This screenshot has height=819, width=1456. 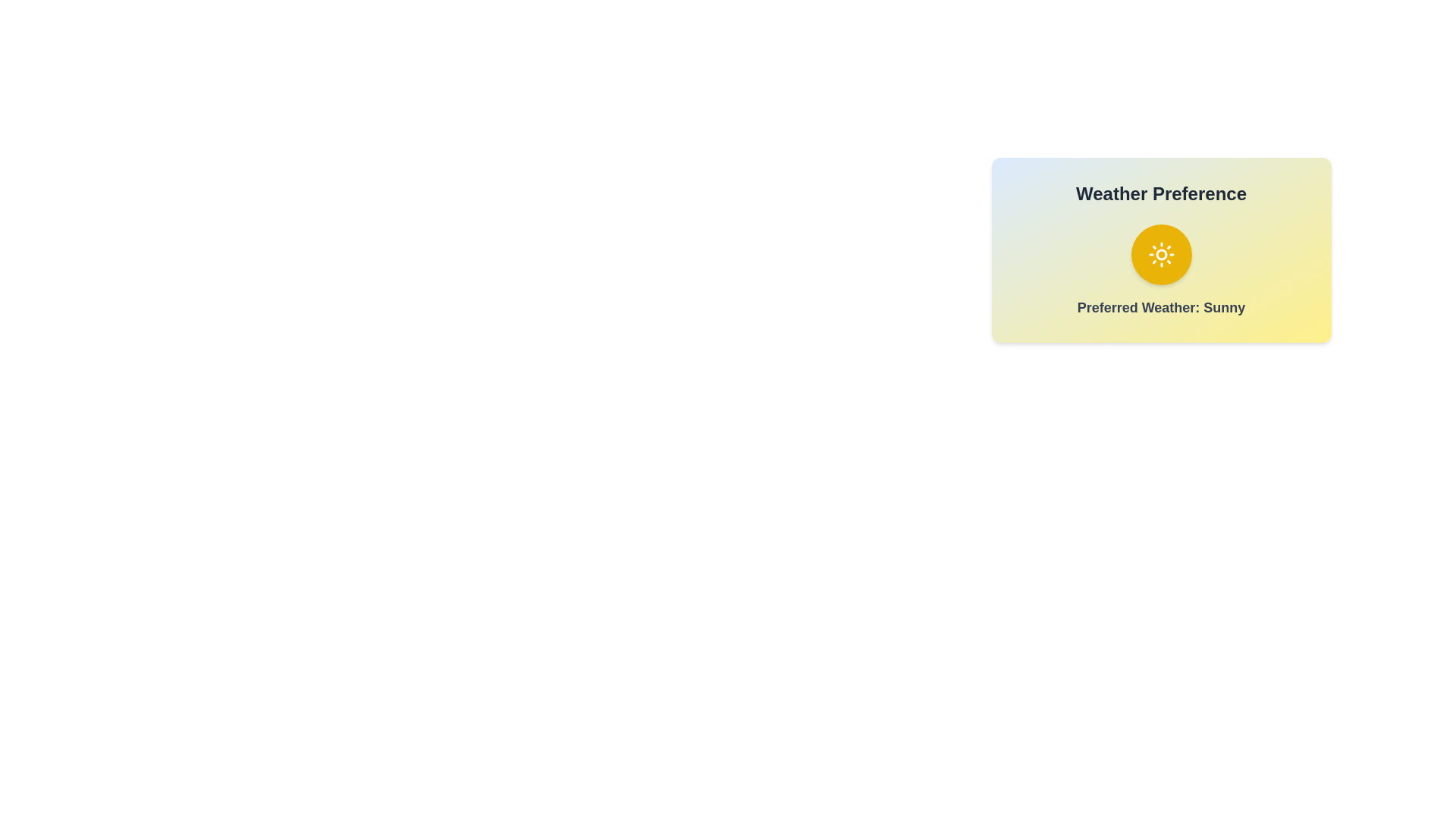 What do you see at coordinates (1160, 253) in the screenshot?
I see `the weather toggle button to change the weather preference` at bounding box center [1160, 253].